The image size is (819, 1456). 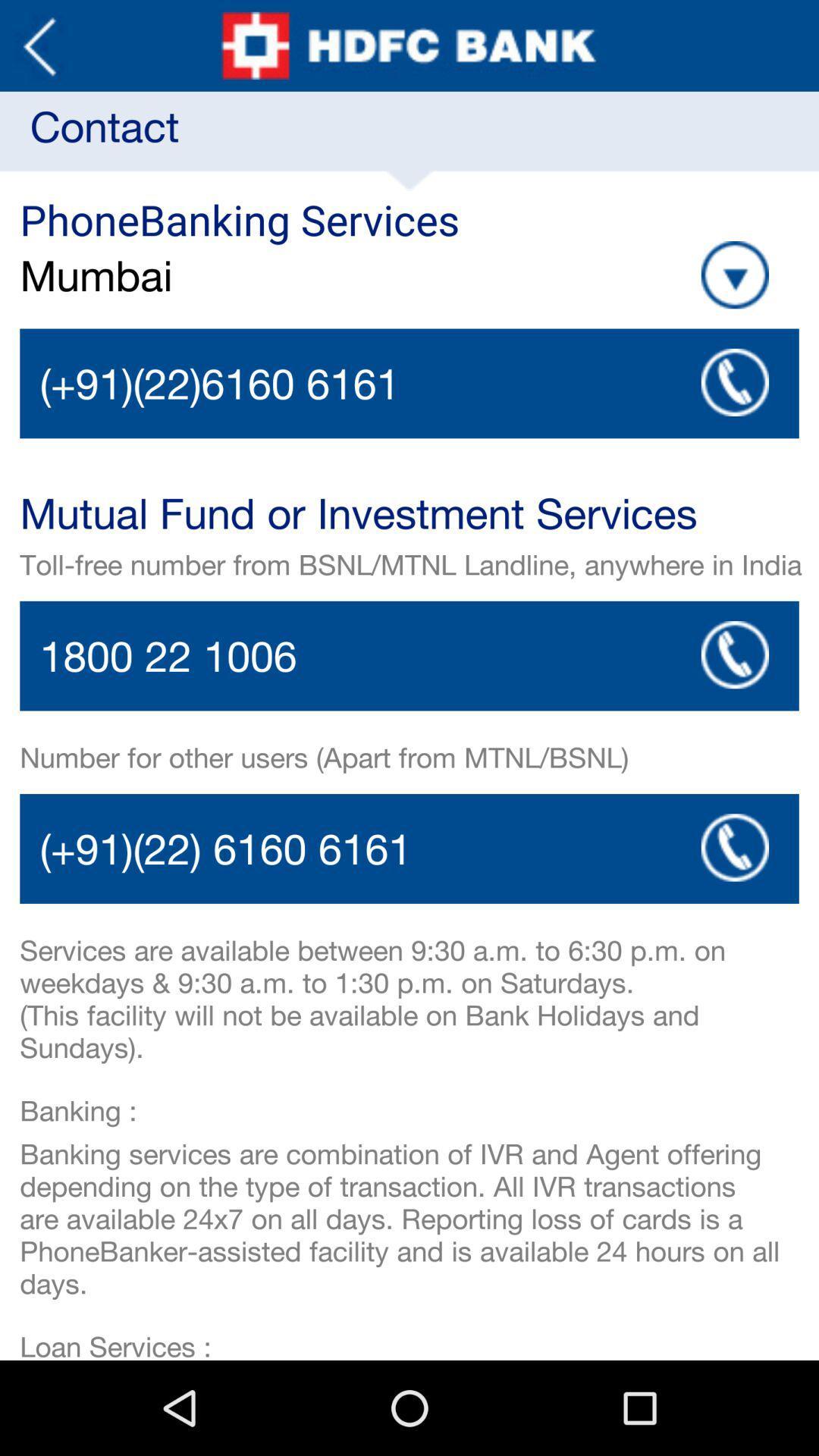 What do you see at coordinates (734, 907) in the screenshot?
I see `the call icon` at bounding box center [734, 907].